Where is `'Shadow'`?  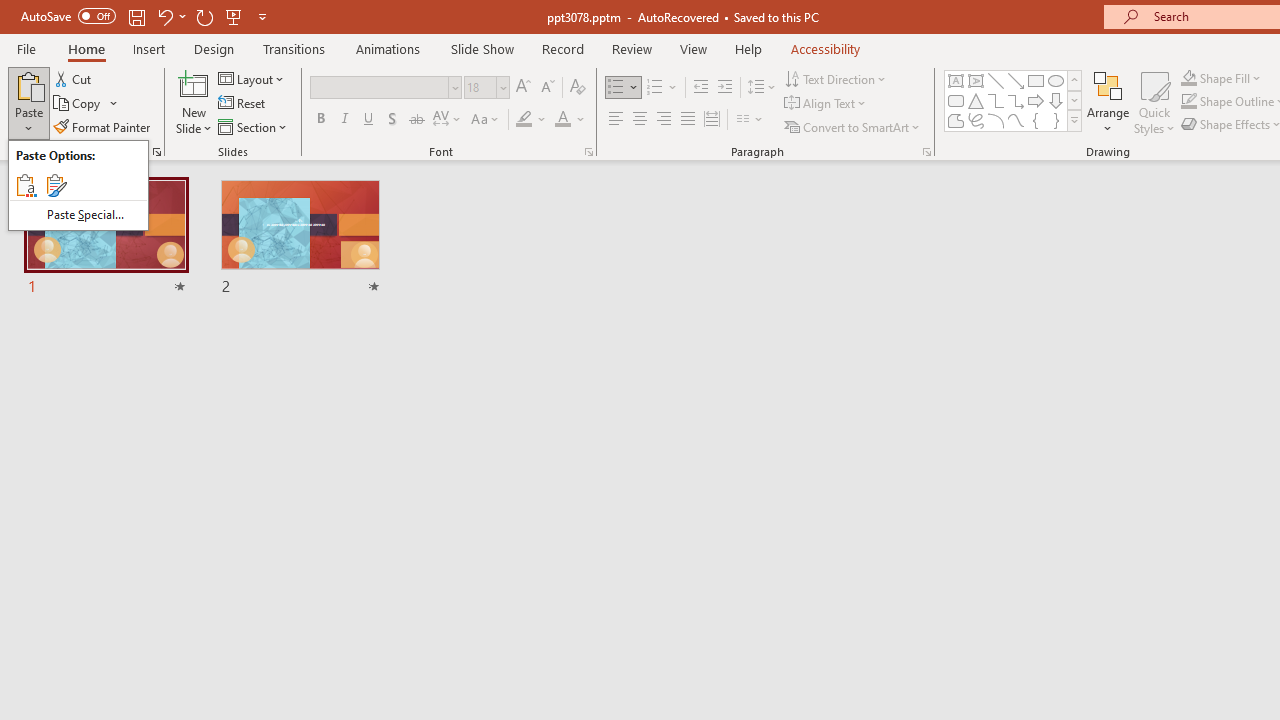
'Shadow' is located at coordinates (392, 119).